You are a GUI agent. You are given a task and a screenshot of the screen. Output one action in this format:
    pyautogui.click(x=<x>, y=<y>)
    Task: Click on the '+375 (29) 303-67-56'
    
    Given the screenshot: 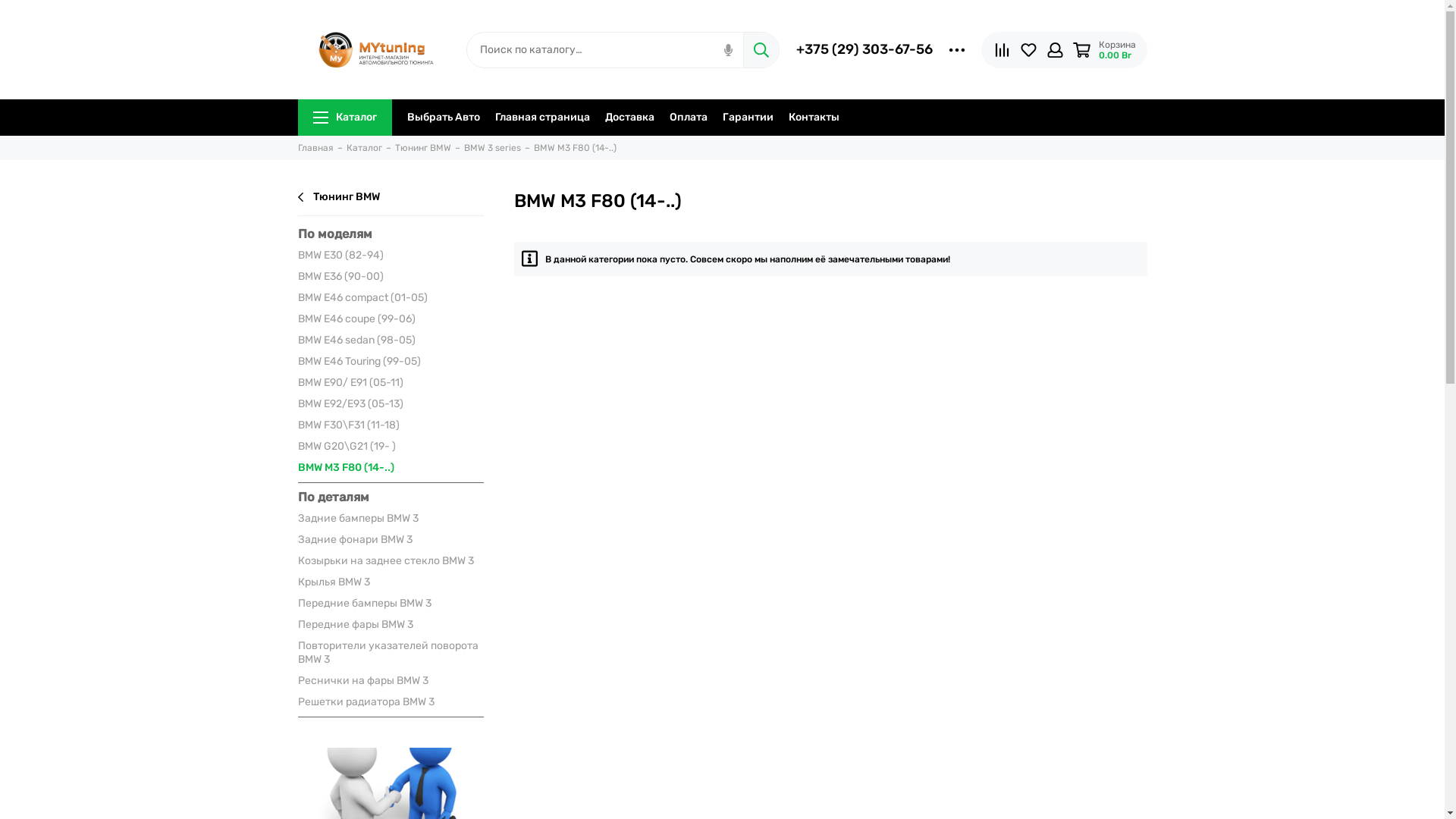 What is the action you would take?
    pyautogui.click(x=864, y=49)
    